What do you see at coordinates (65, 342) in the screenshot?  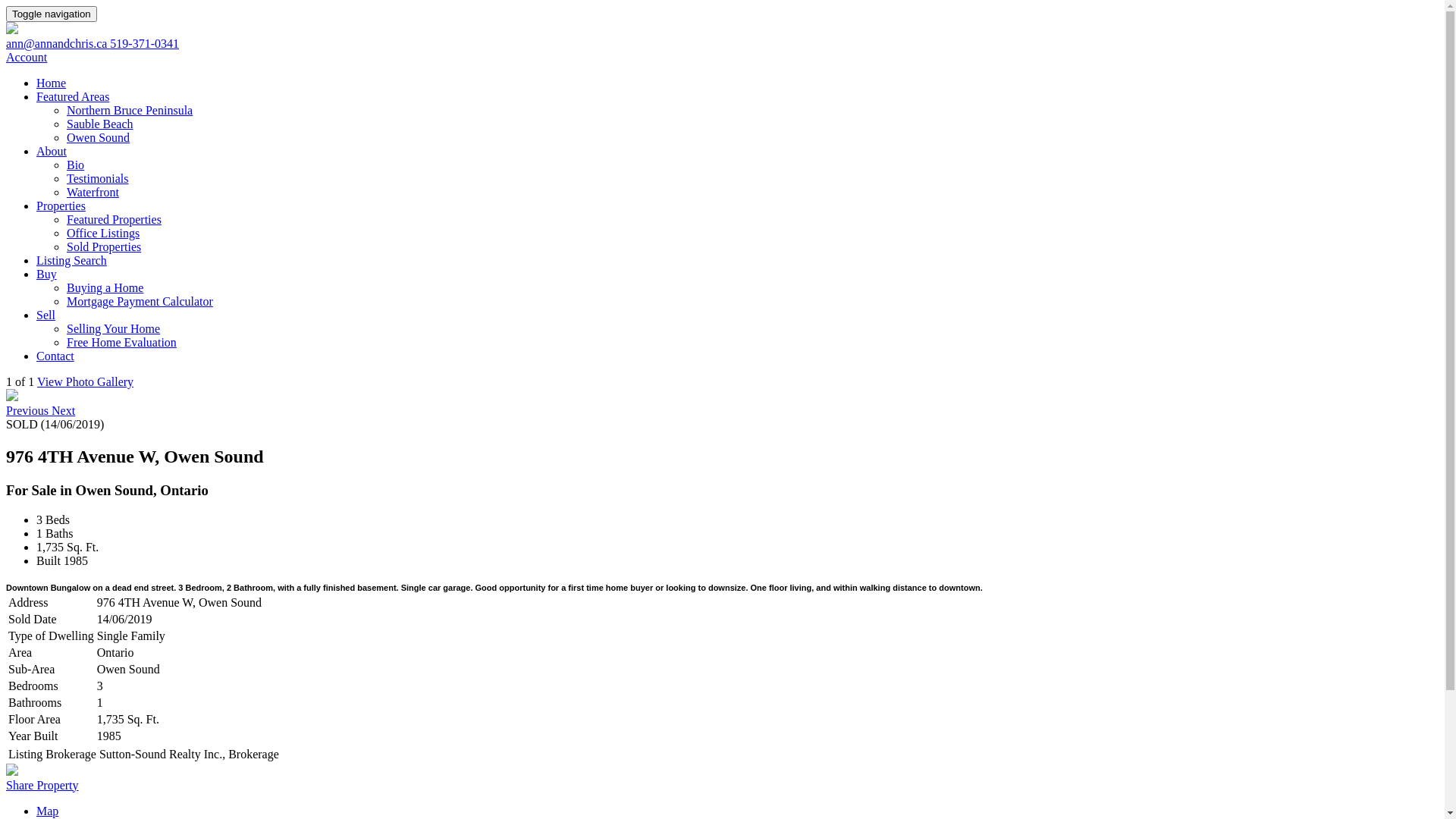 I see `'Free Home Evaluation'` at bounding box center [65, 342].